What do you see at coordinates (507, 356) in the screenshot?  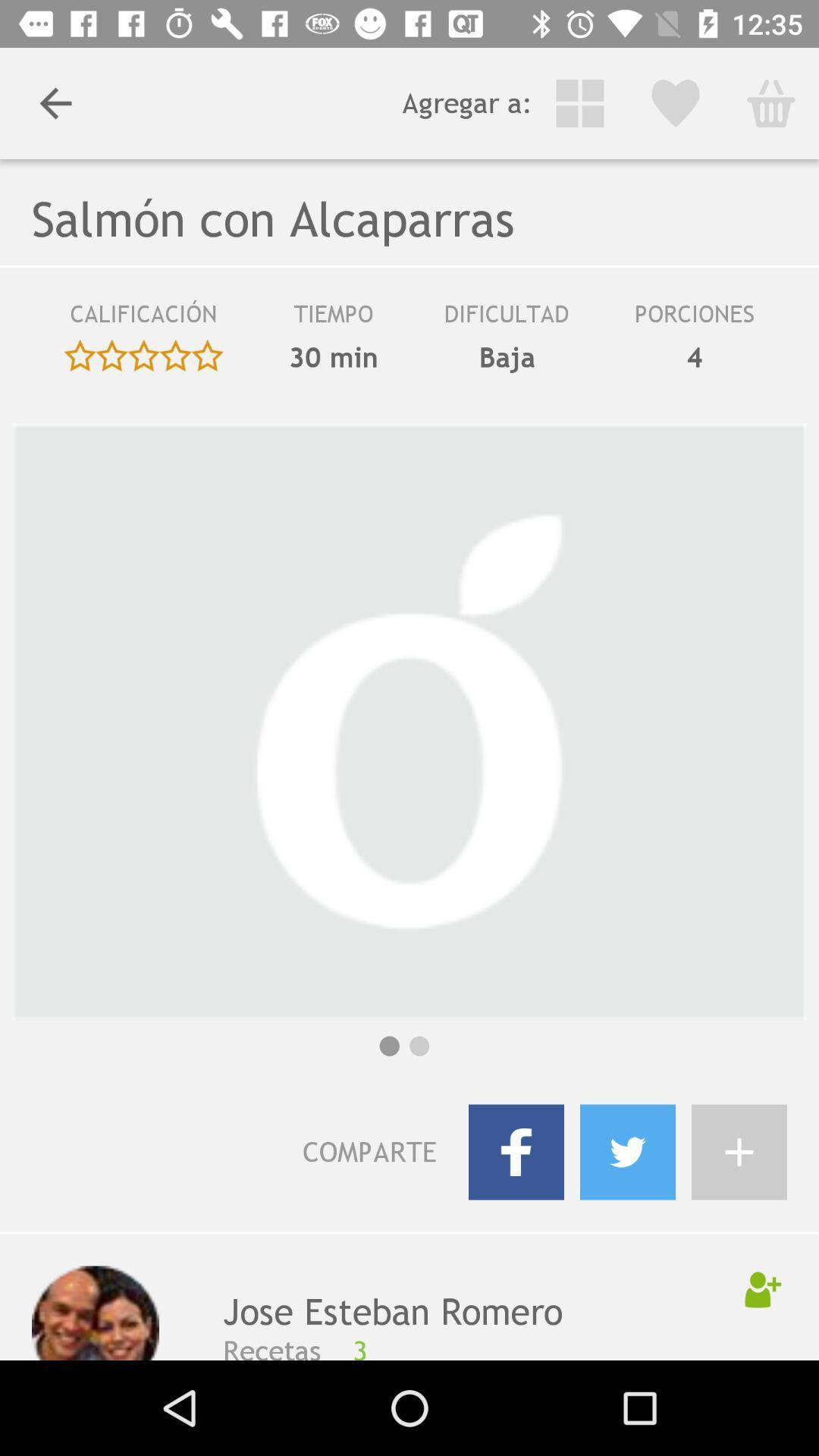 I see `the icon below the dificultad icon` at bounding box center [507, 356].